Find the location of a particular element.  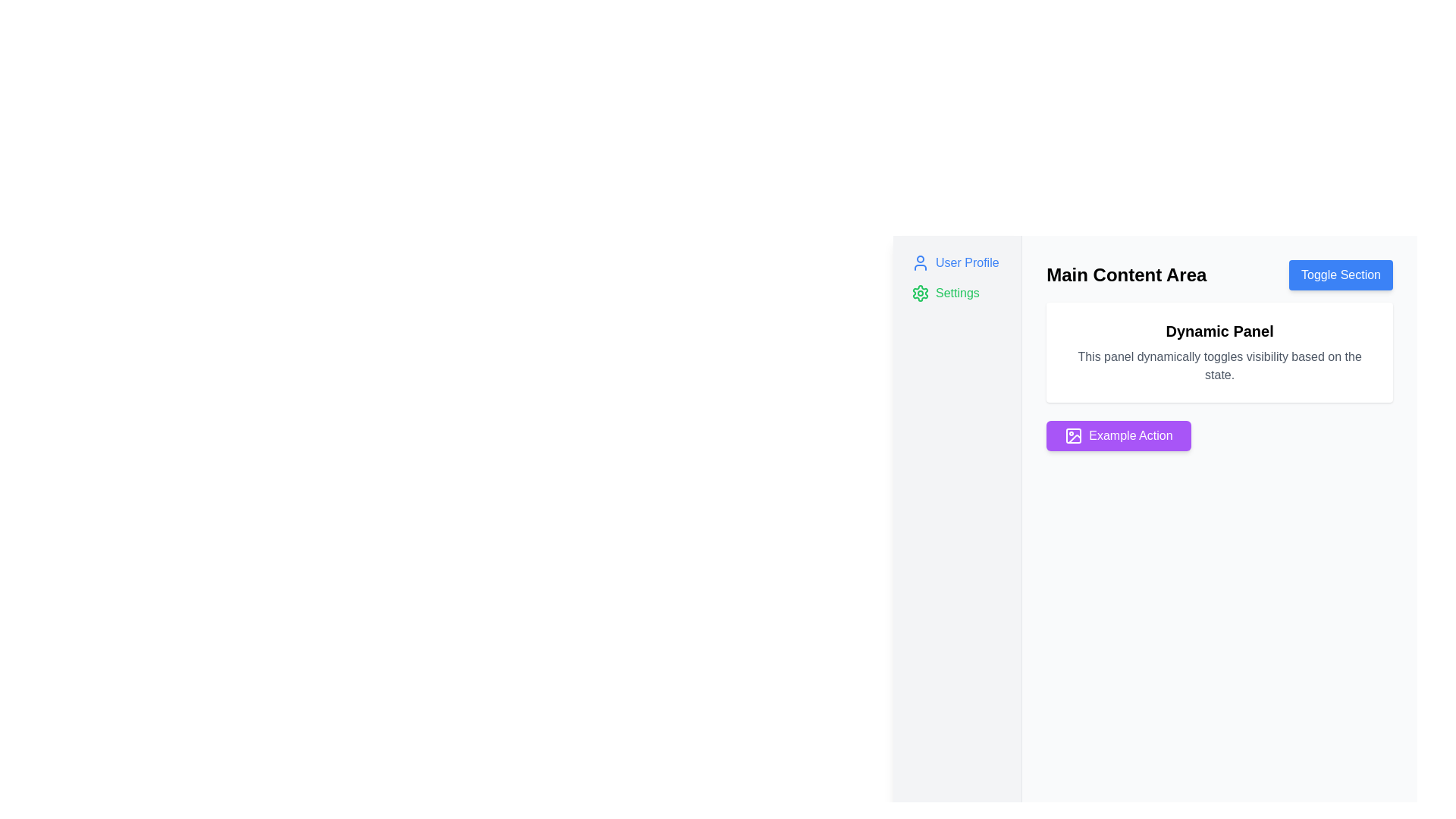

the Grouped interactive navigation links element is located at coordinates (956, 278).